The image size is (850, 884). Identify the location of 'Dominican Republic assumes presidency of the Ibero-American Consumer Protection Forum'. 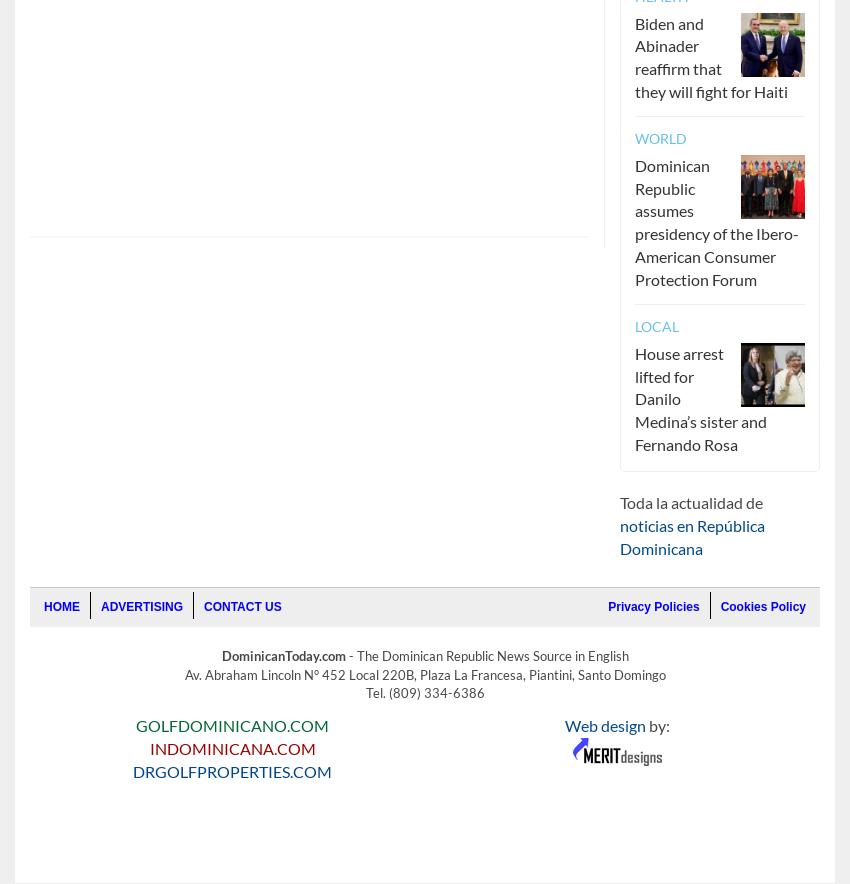
(715, 221).